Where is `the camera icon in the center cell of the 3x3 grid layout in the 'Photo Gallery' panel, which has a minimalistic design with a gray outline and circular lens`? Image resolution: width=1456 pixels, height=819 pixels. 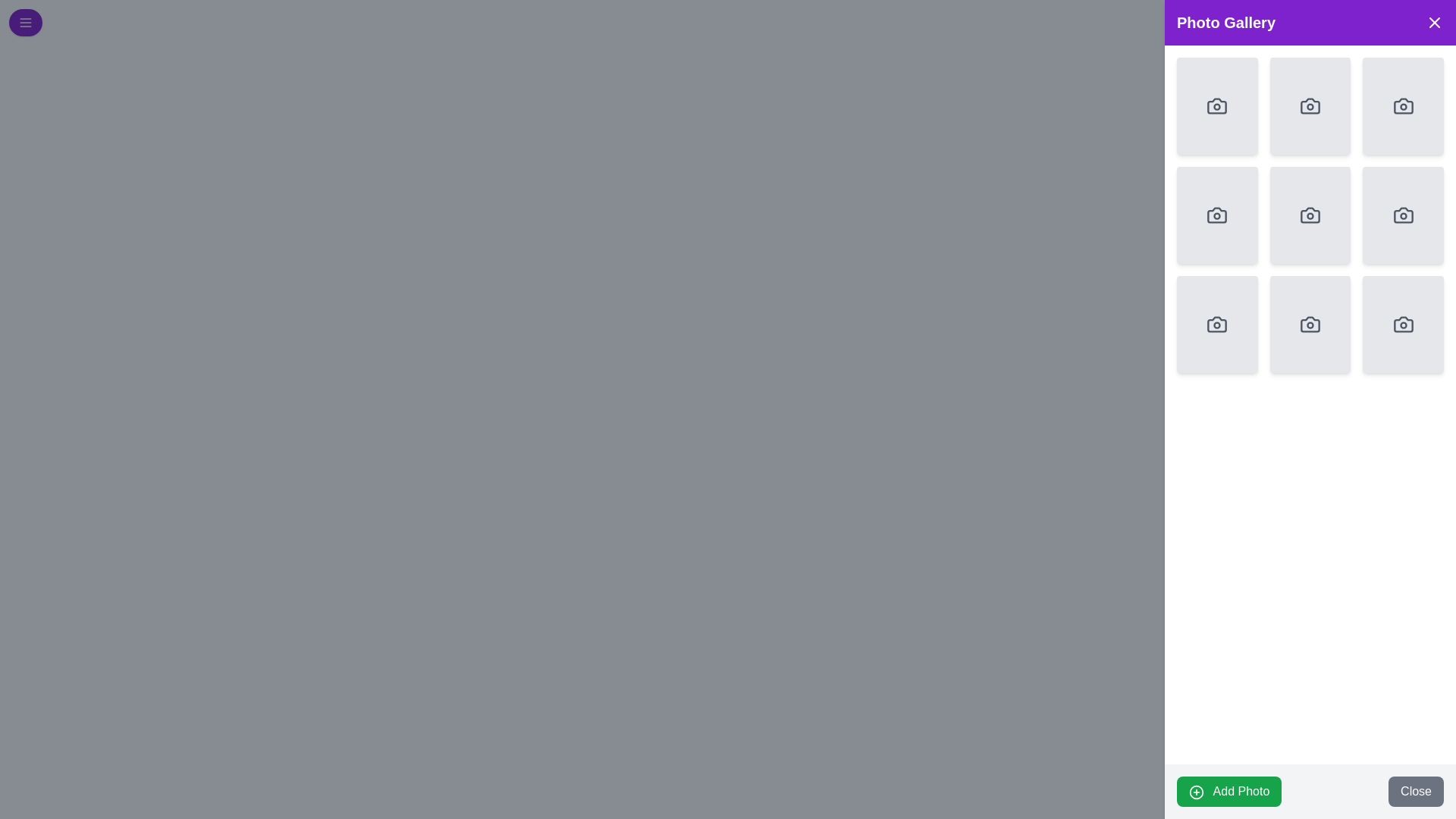
the camera icon in the center cell of the 3x3 grid layout in the 'Photo Gallery' panel, which has a minimalistic design with a gray outline and circular lens is located at coordinates (1310, 215).